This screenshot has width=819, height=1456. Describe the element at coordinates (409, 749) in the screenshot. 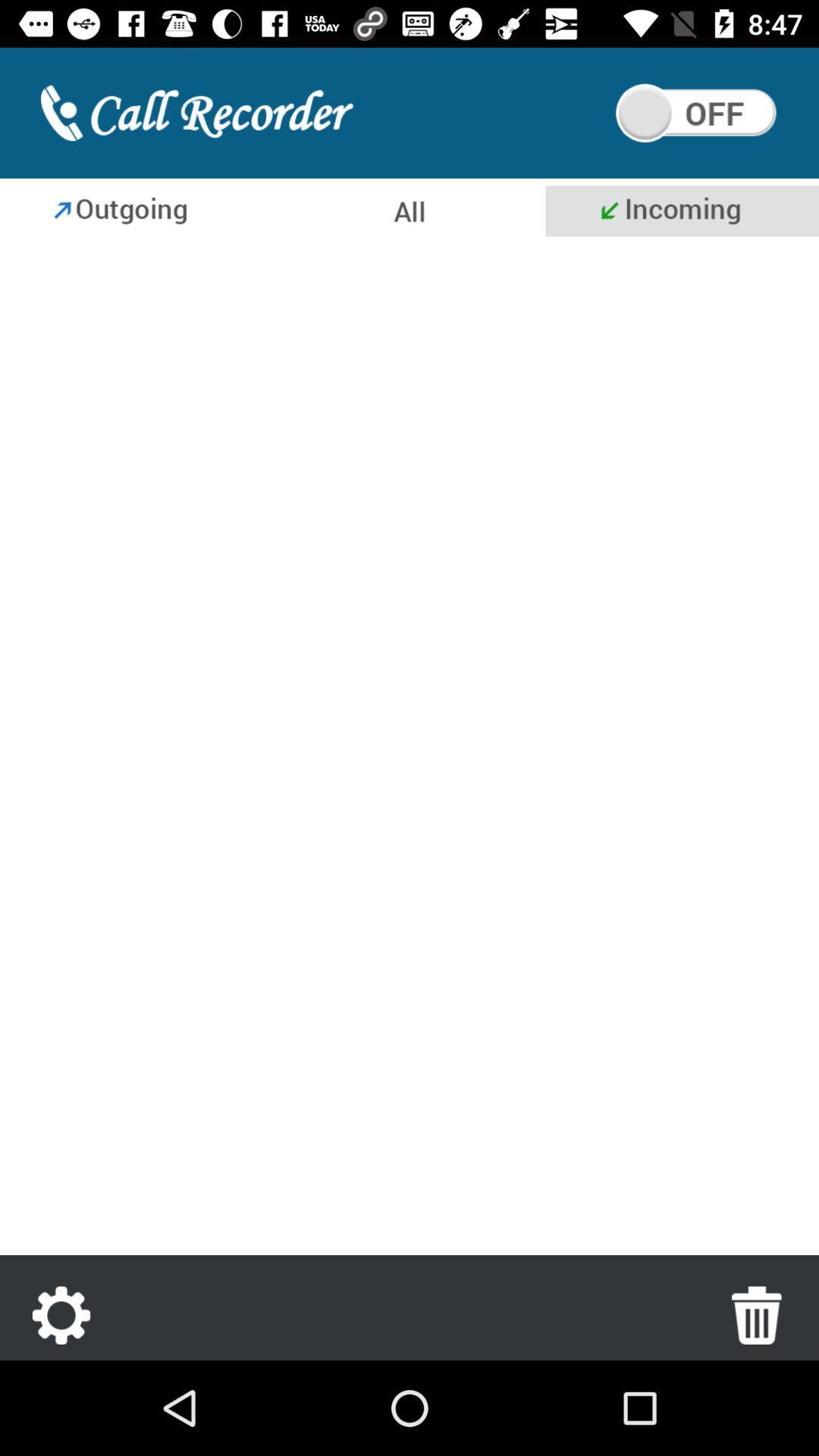

I see `incoming calls` at that location.